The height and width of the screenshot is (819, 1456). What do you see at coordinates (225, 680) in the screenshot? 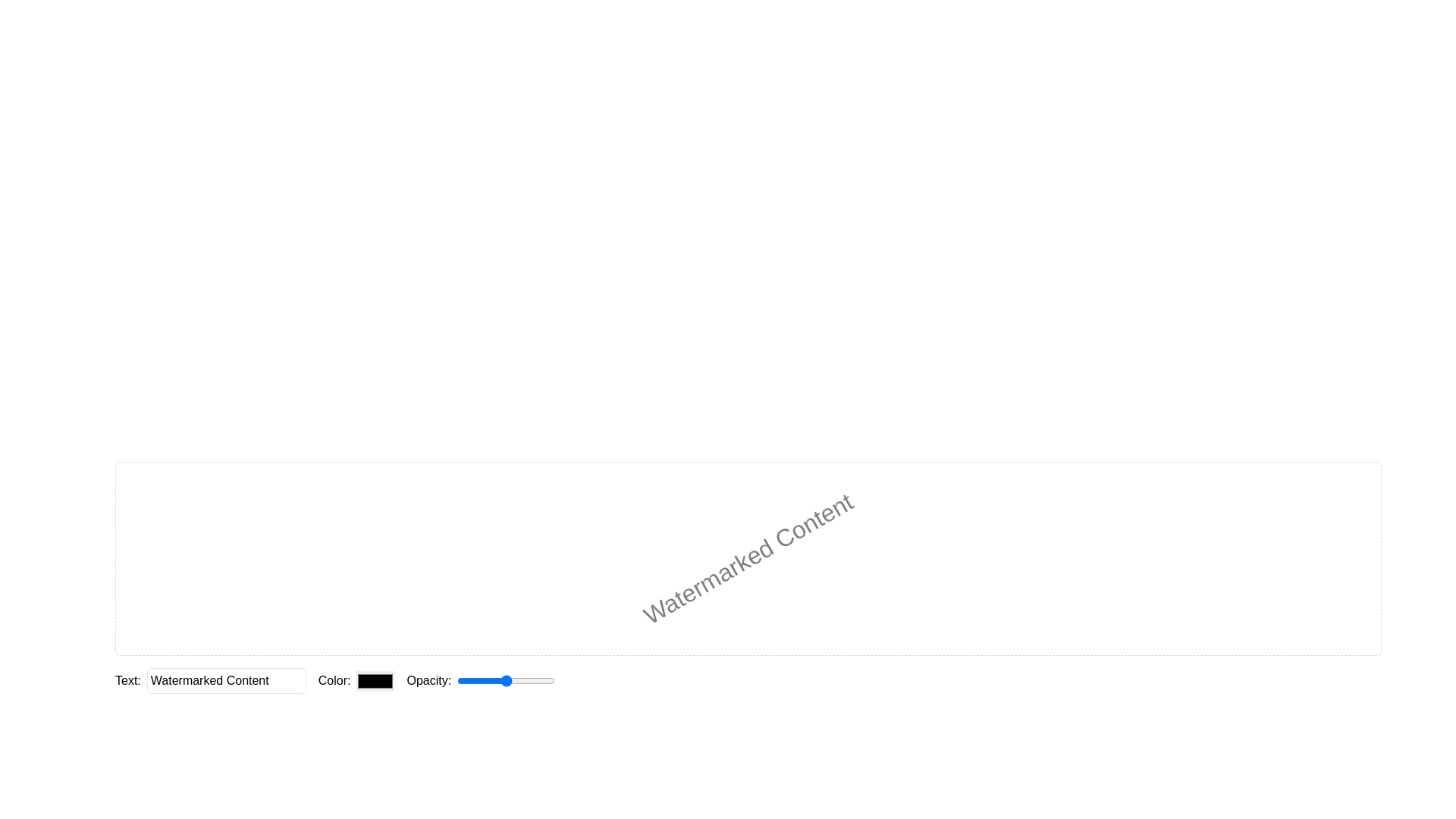
I see `the text input field that contains pre-filled text 'Watermarked Content' to focus on it` at bounding box center [225, 680].